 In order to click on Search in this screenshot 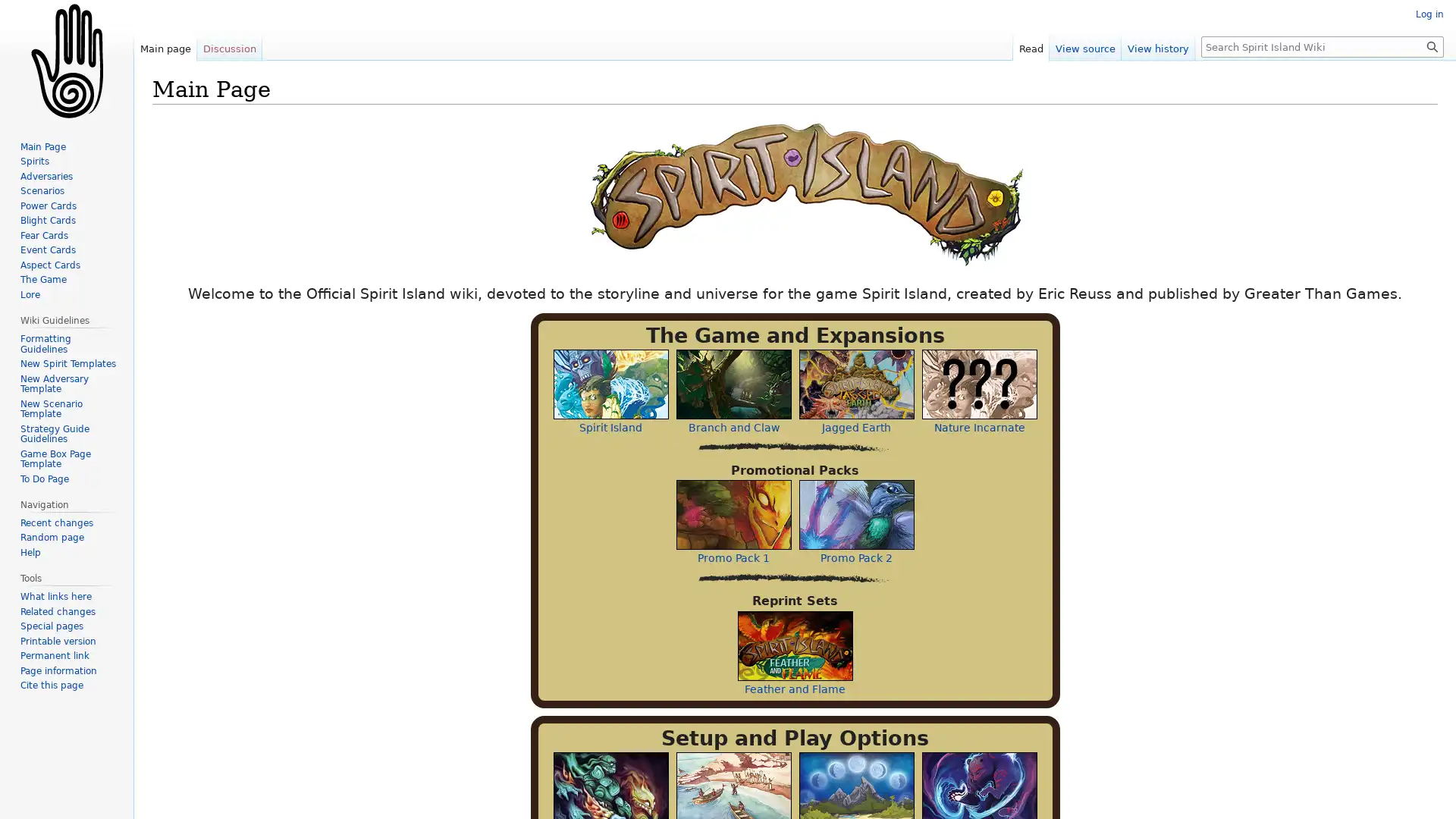, I will do `click(1432, 45)`.